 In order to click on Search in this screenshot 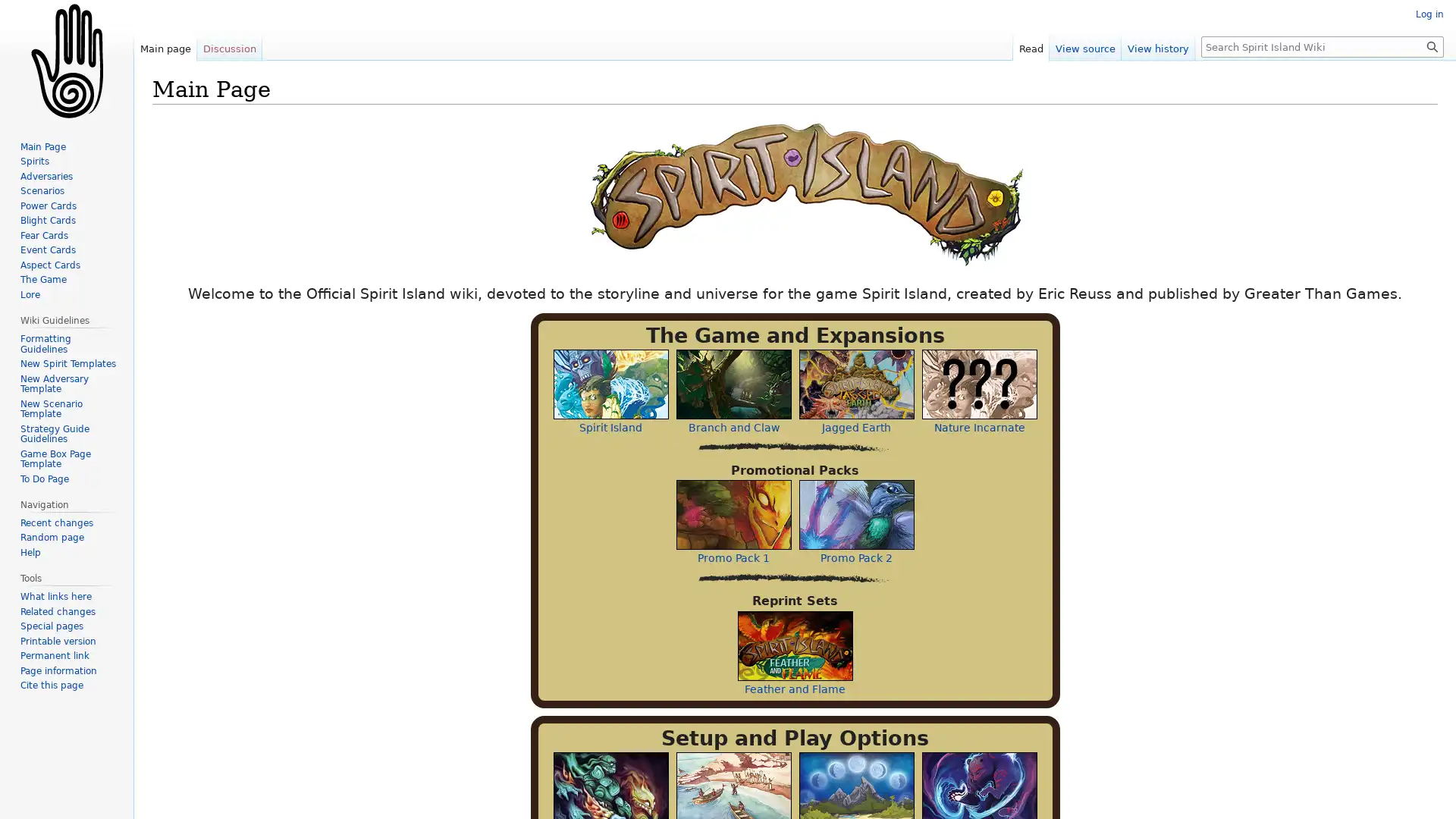, I will do `click(1432, 45)`.